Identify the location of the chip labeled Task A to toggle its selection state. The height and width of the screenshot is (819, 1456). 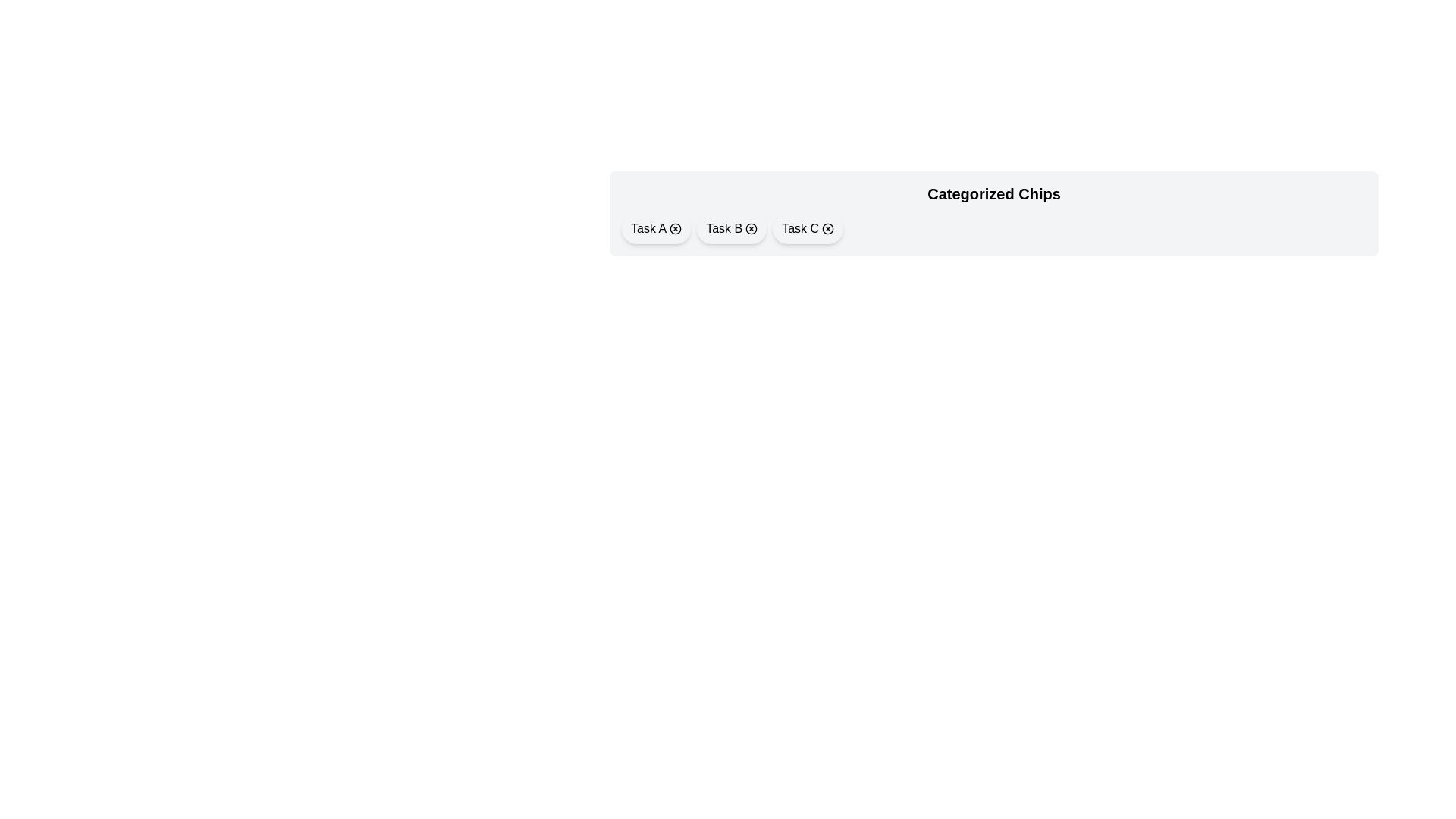
(656, 228).